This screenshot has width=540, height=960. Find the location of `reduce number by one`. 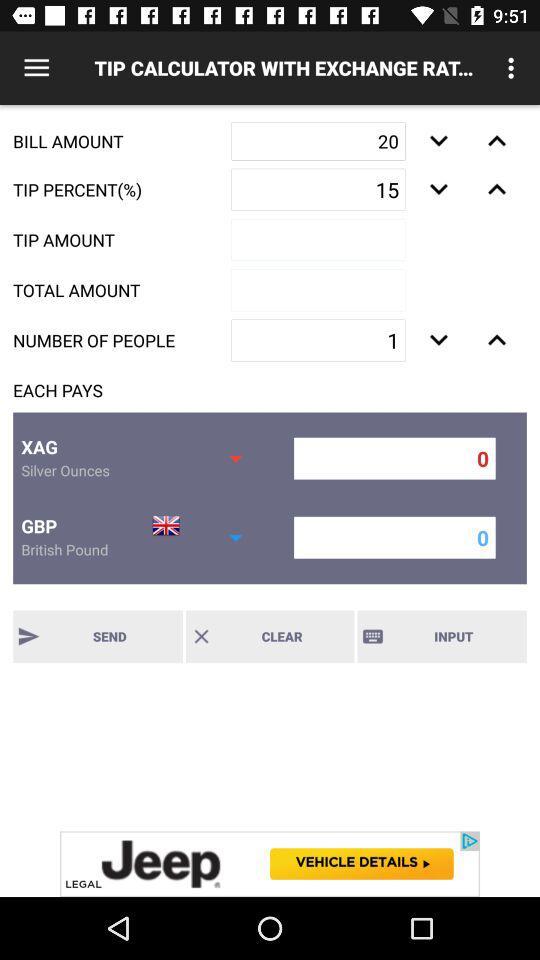

reduce number by one is located at coordinates (437, 340).